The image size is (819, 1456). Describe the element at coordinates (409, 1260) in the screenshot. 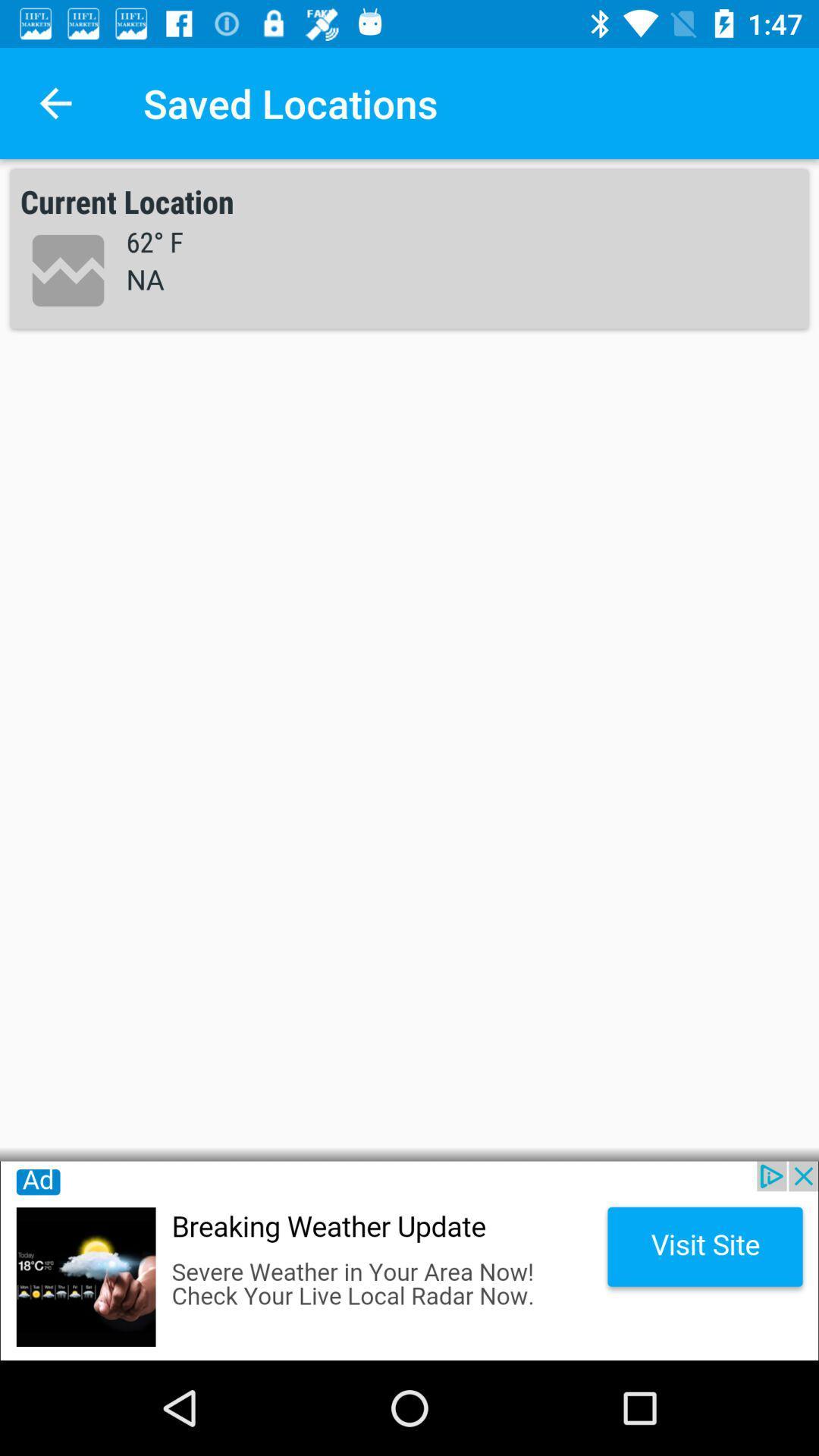

I see `advertisement` at that location.